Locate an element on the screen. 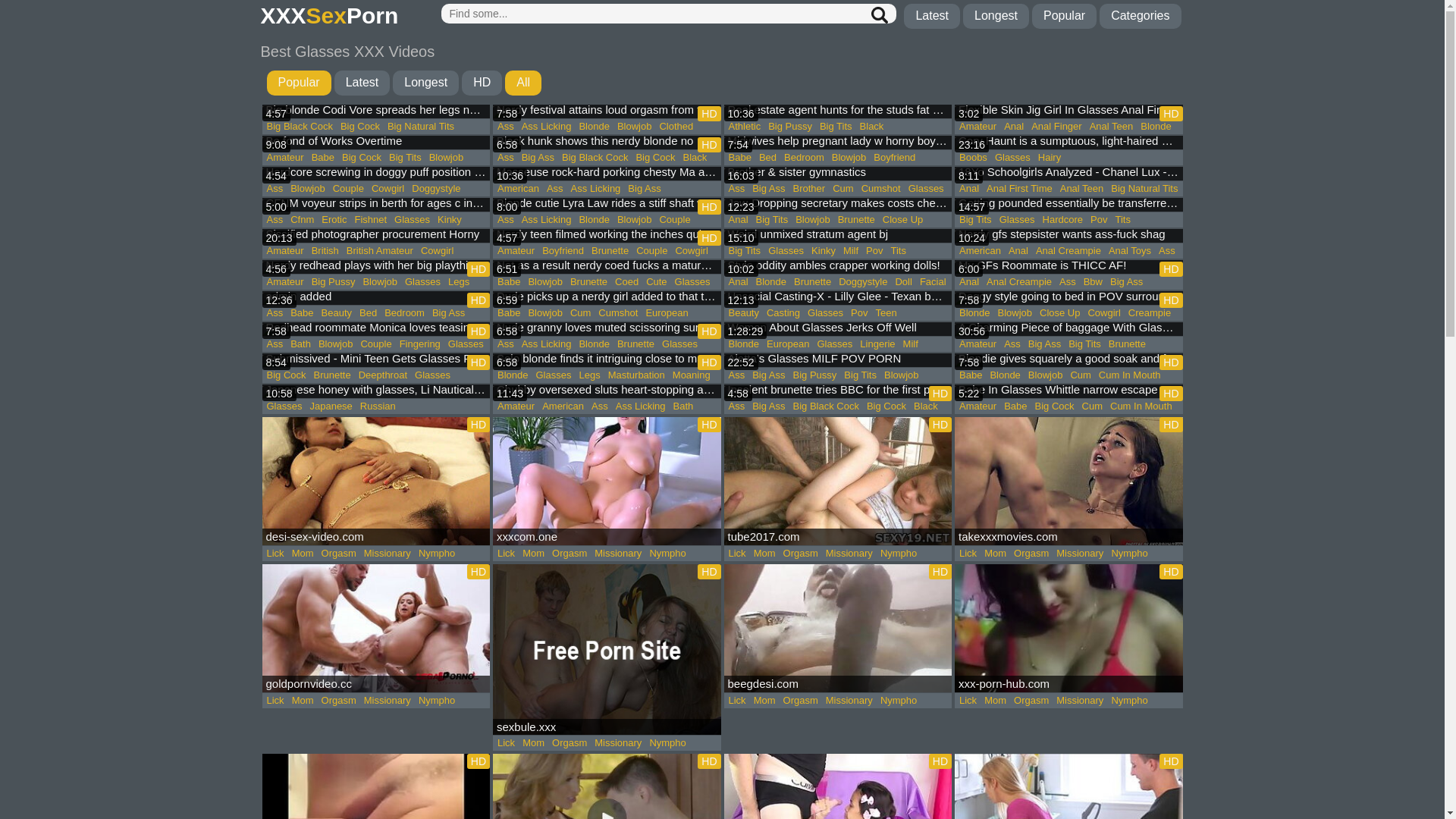  'Bath' is located at coordinates (300, 344).